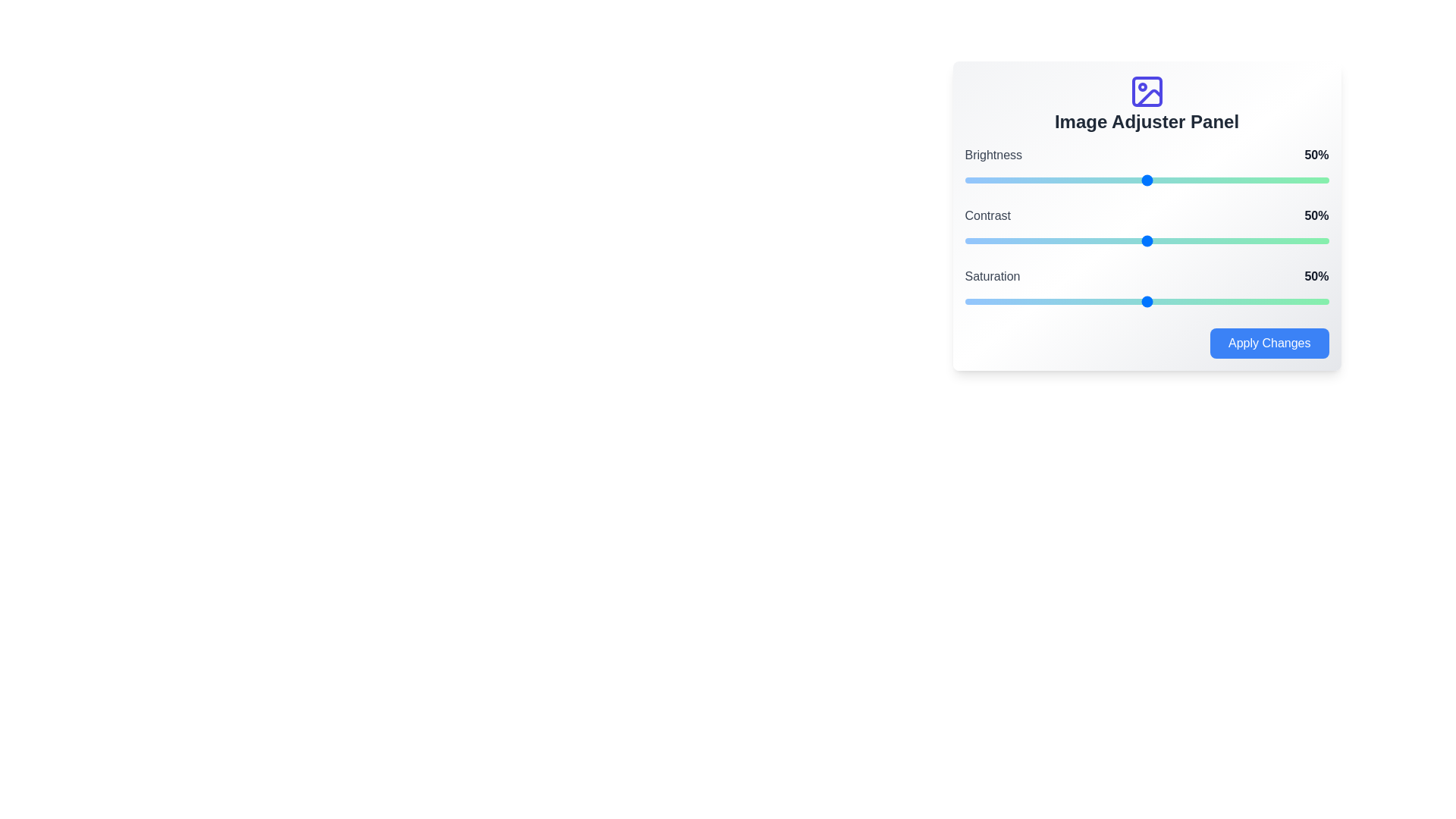 This screenshot has width=1456, height=819. I want to click on the contrast slider to 53%, so click(1156, 240).